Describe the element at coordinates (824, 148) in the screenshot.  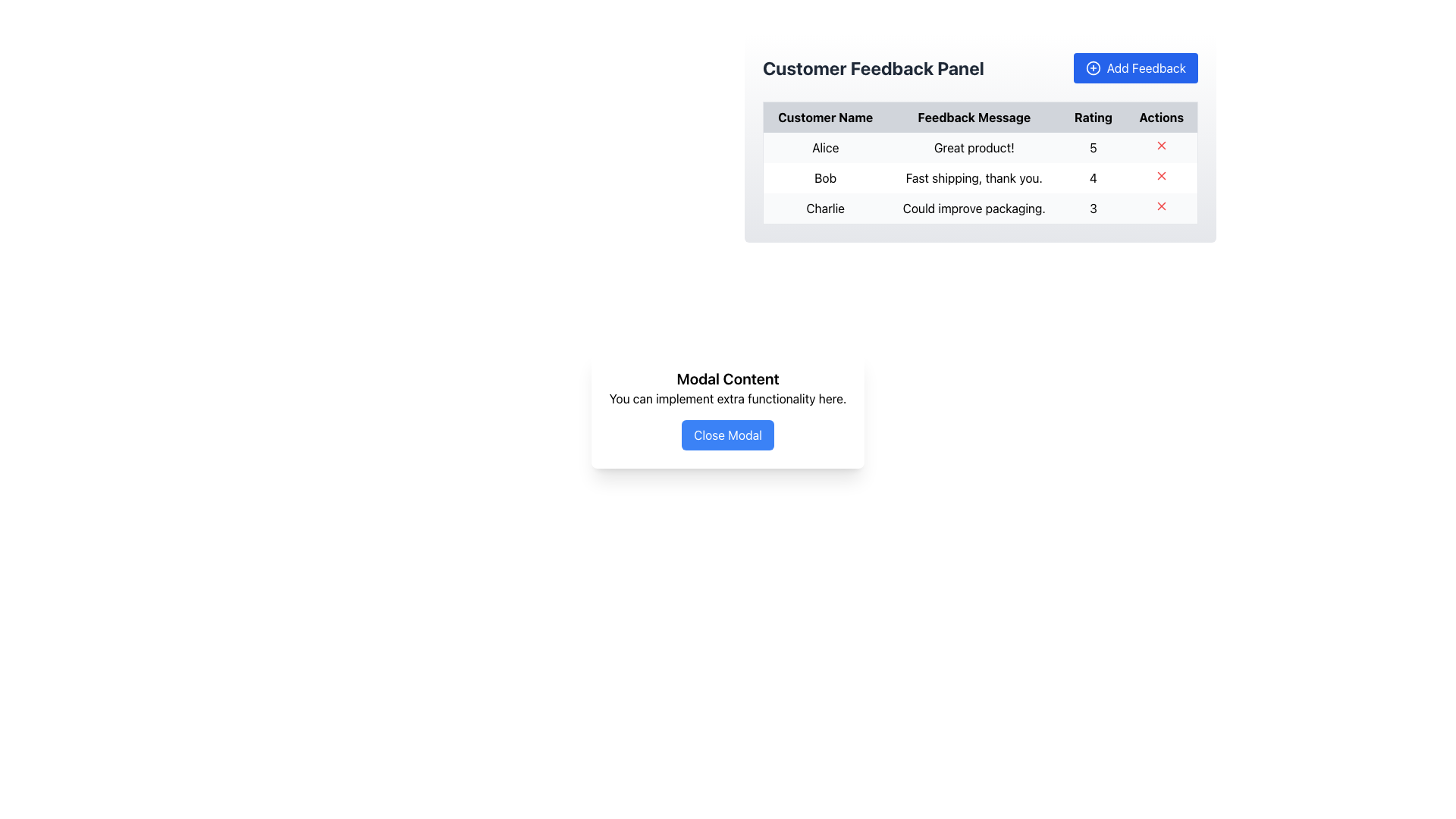
I see `the text element displaying 'Alice' in the 'Customer Name' column of the table` at that location.